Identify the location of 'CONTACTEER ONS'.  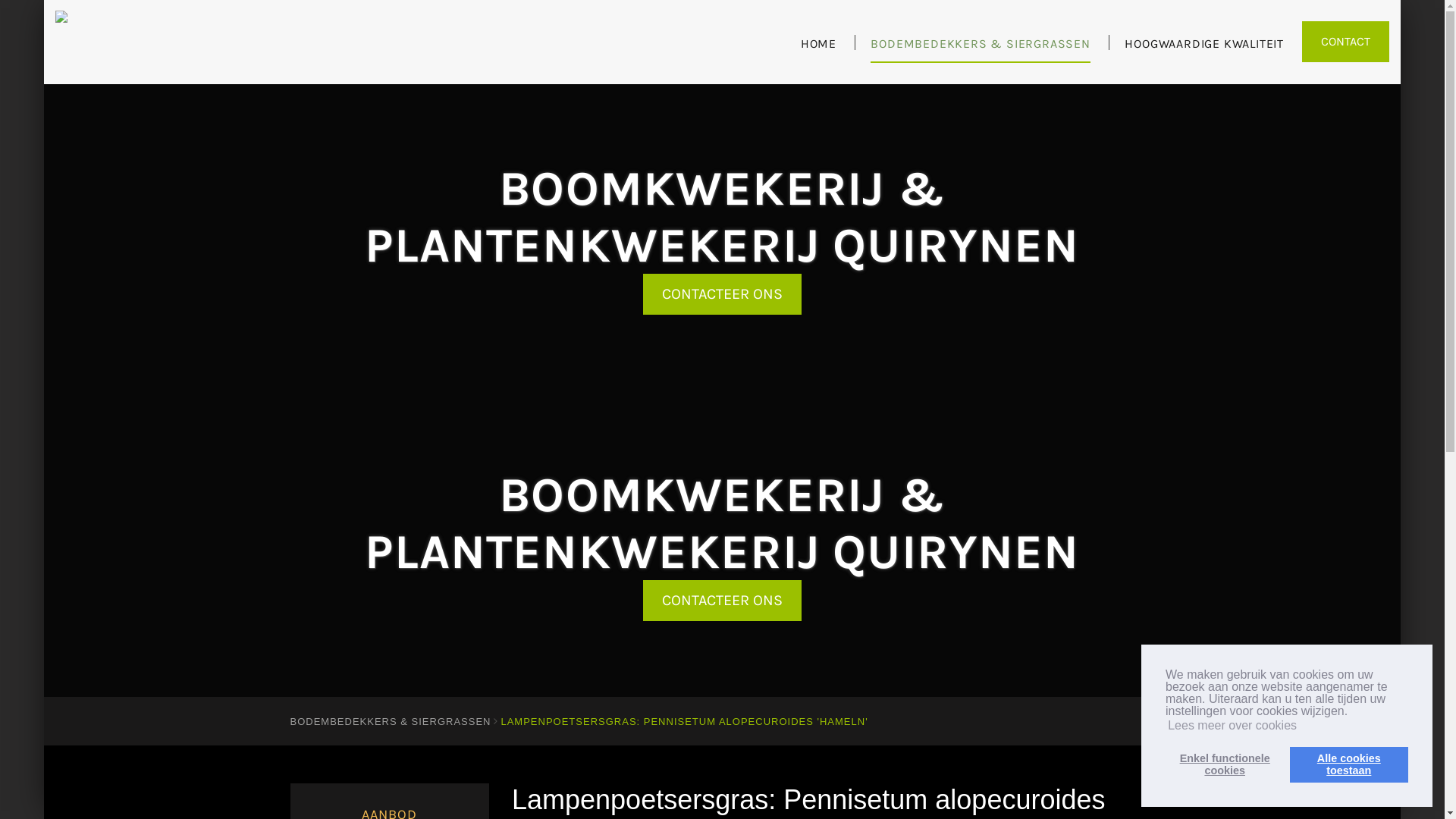
(721, 294).